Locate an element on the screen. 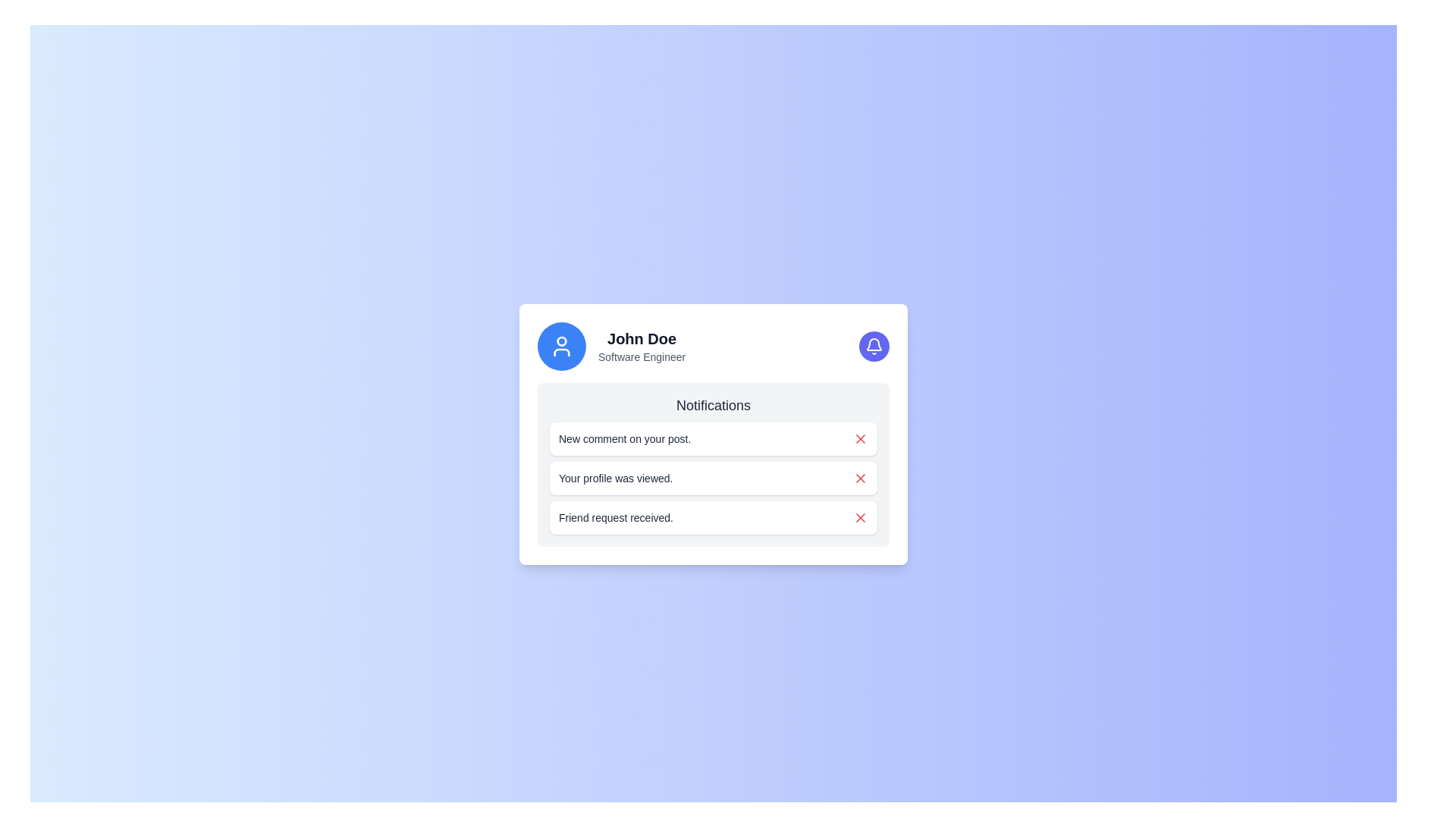 This screenshot has width=1456, height=819. the bell-shaped notification icon located at the top-right corner of the notification card is located at coordinates (874, 346).